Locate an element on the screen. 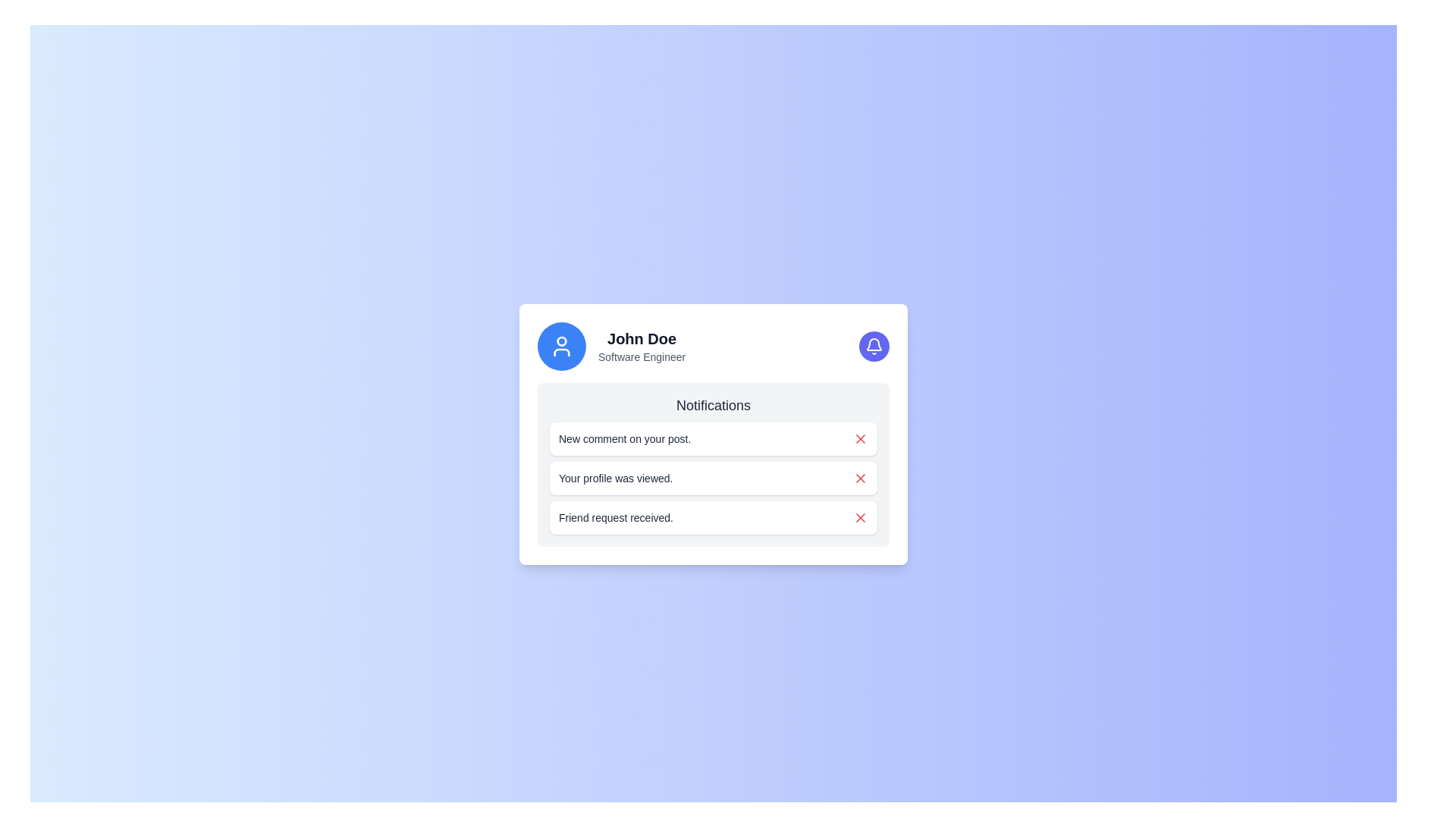 This screenshot has width=1456, height=819. the bell-shaped notification icon located at the top-right corner of the notification card is located at coordinates (874, 346).